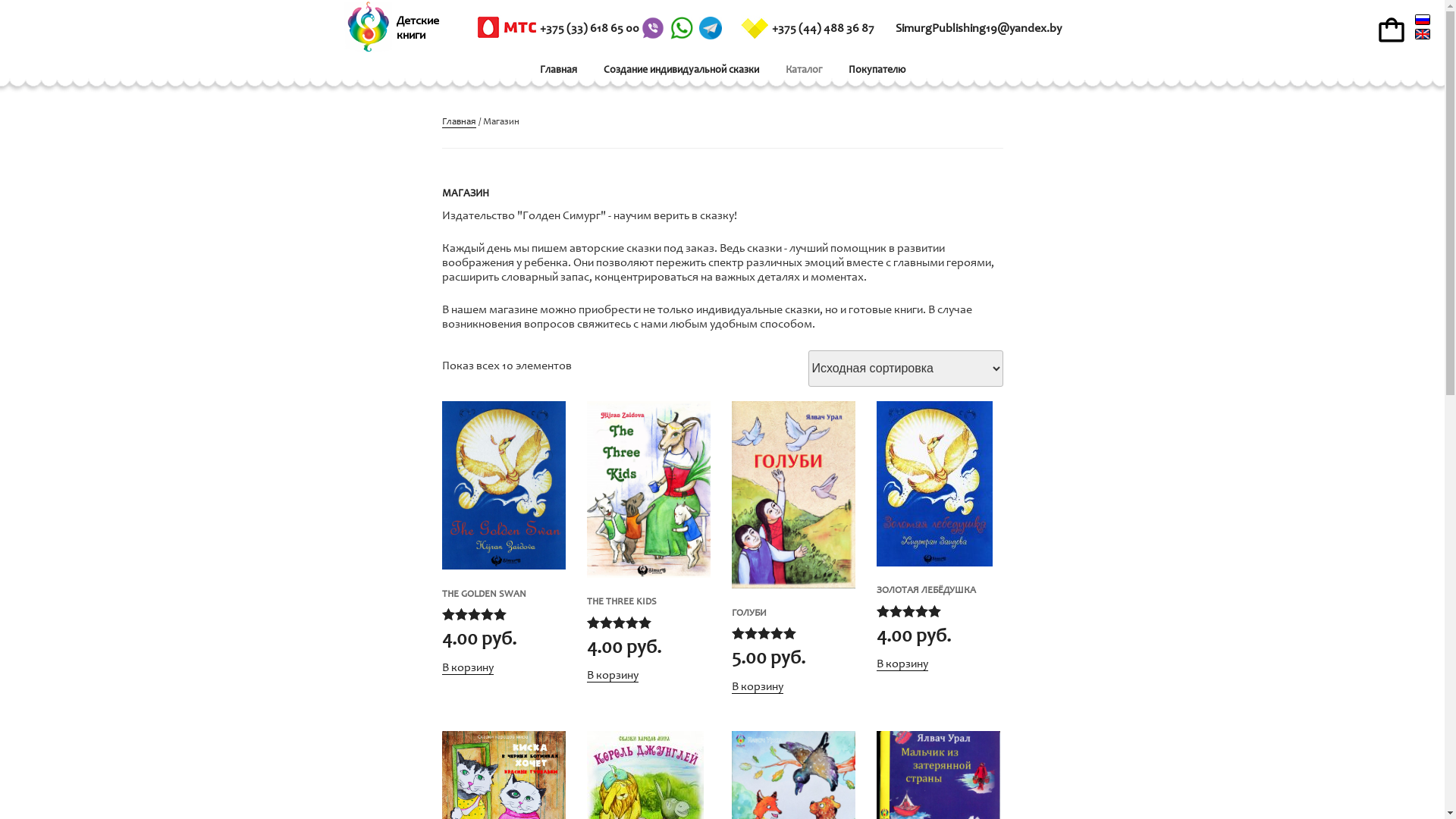 The image size is (1456, 819). Describe the element at coordinates (557, 29) in the screenshot. I see `'+375 (33) 618 65 00'` at that location.